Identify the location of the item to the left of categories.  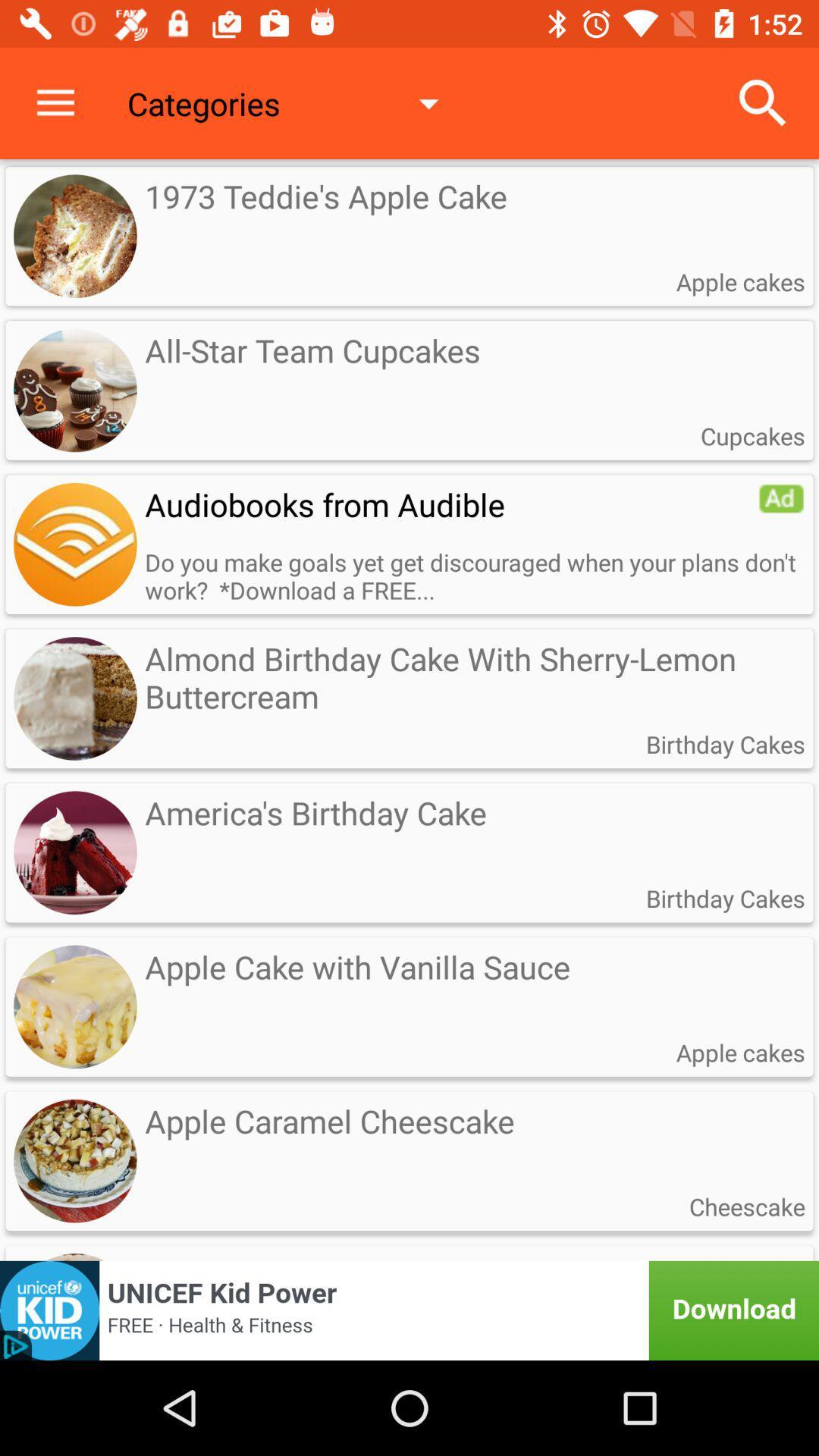
(55, 102).